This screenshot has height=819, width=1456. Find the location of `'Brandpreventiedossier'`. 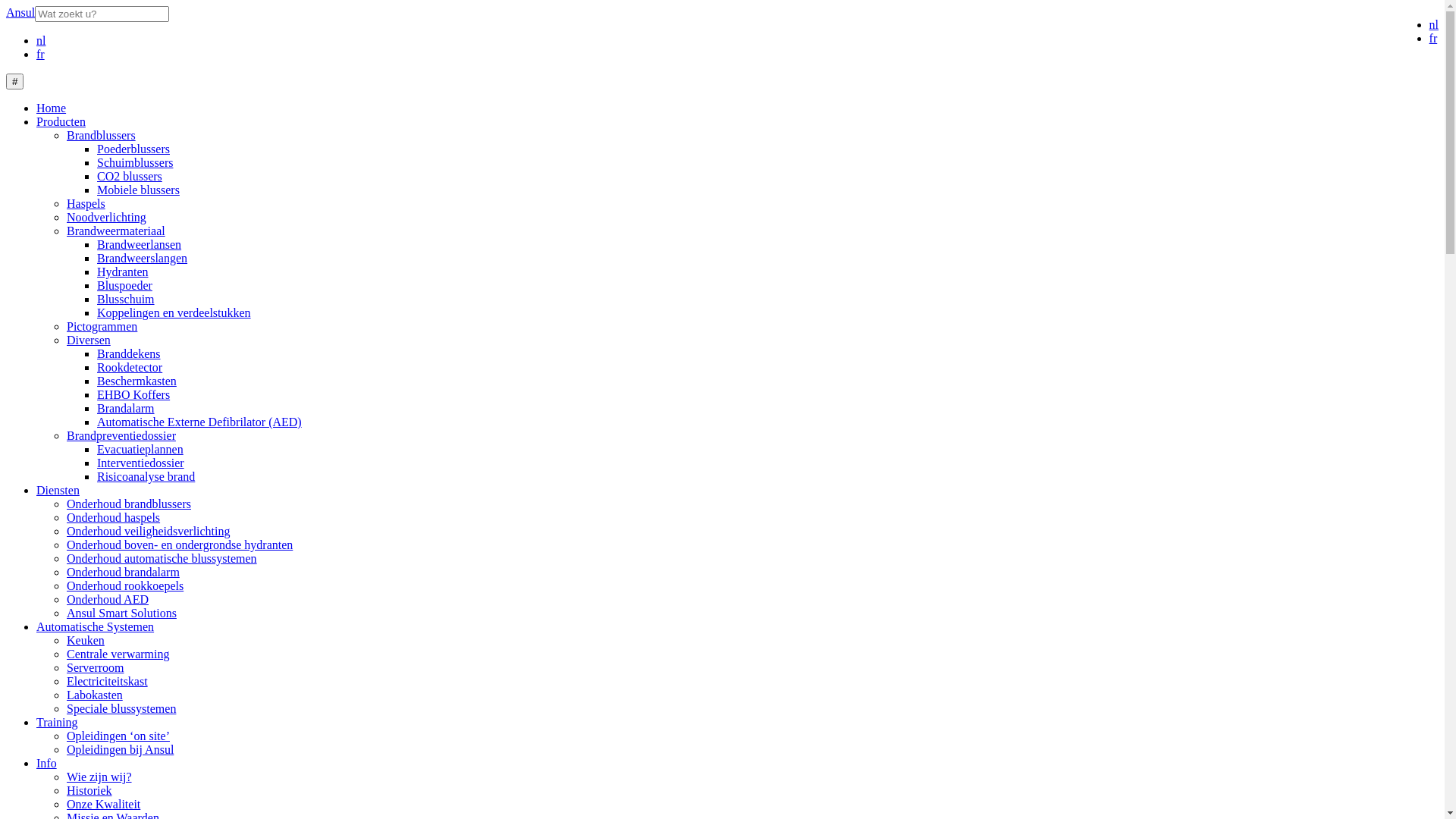

'Brandpreventiedossier' is located at coordinates (120, 435).